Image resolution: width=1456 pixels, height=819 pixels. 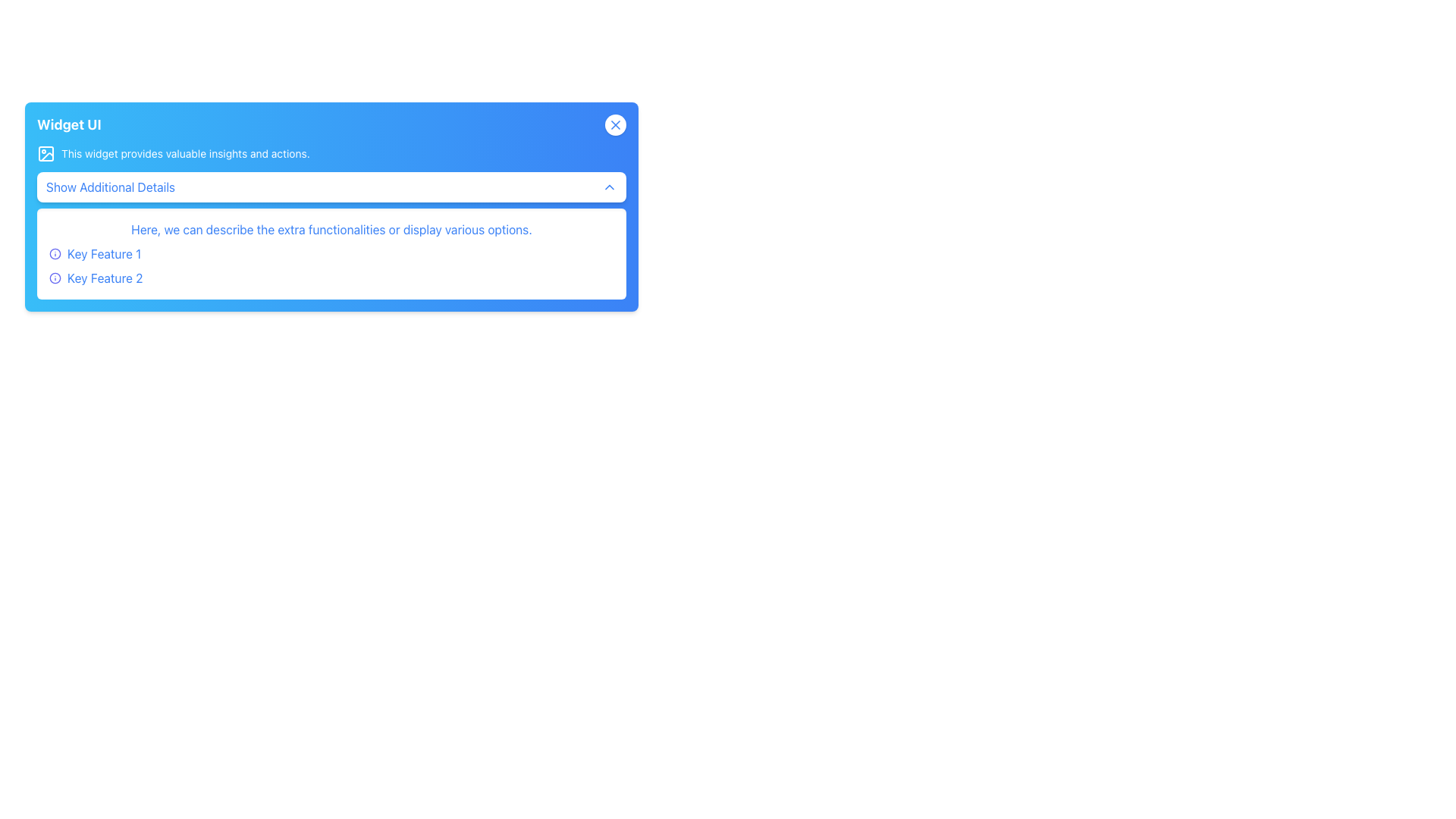 I want to click on static text content that states 'This widget provides valuable insights and actions.' which is positioned above the 'Show Additional Details' button in the 'Widget UI' widget, so click(x=331, y=222).